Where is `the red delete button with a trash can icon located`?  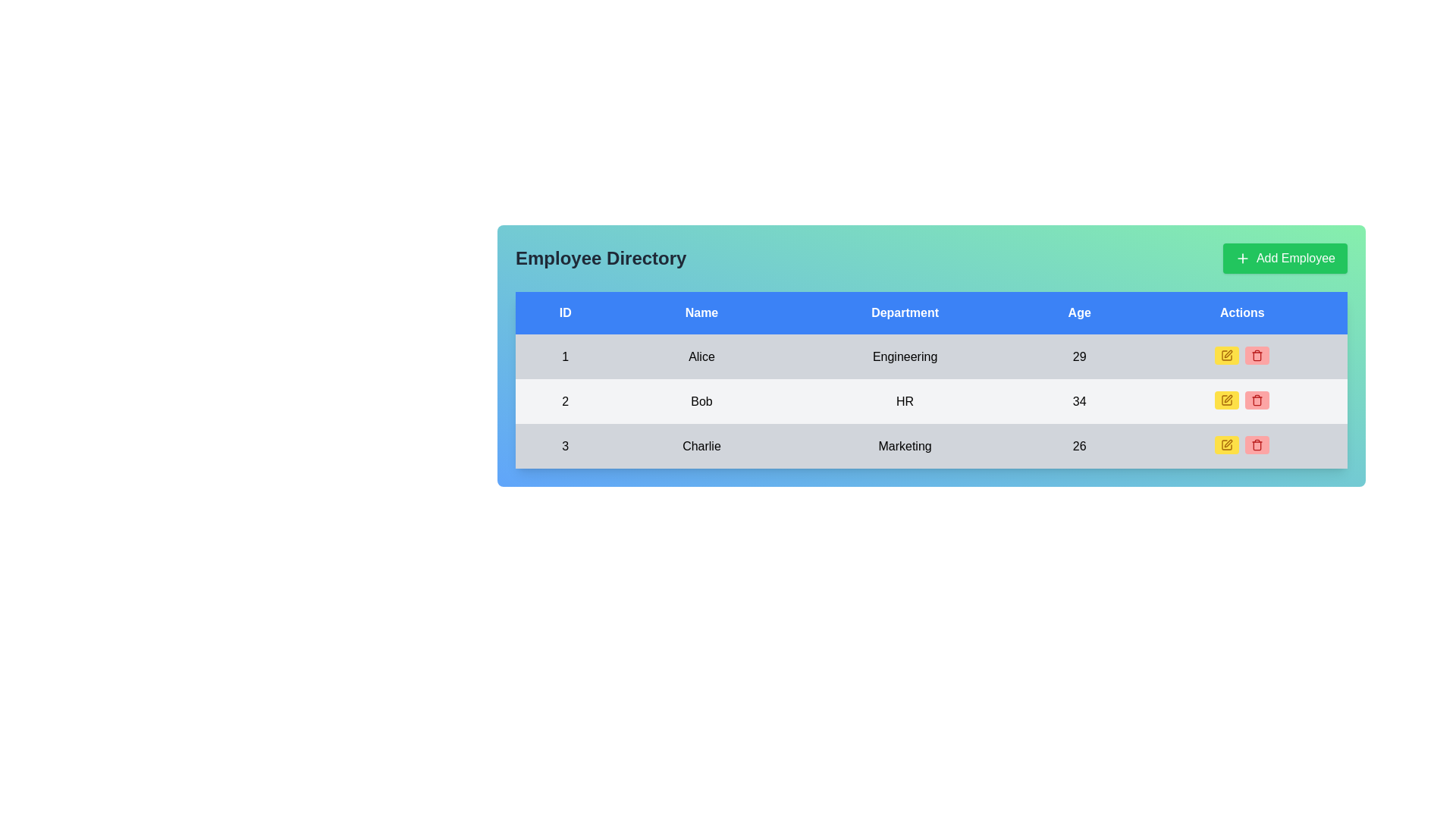
the red delete button with a trash can icon located is located at coordinates (1257, 444).